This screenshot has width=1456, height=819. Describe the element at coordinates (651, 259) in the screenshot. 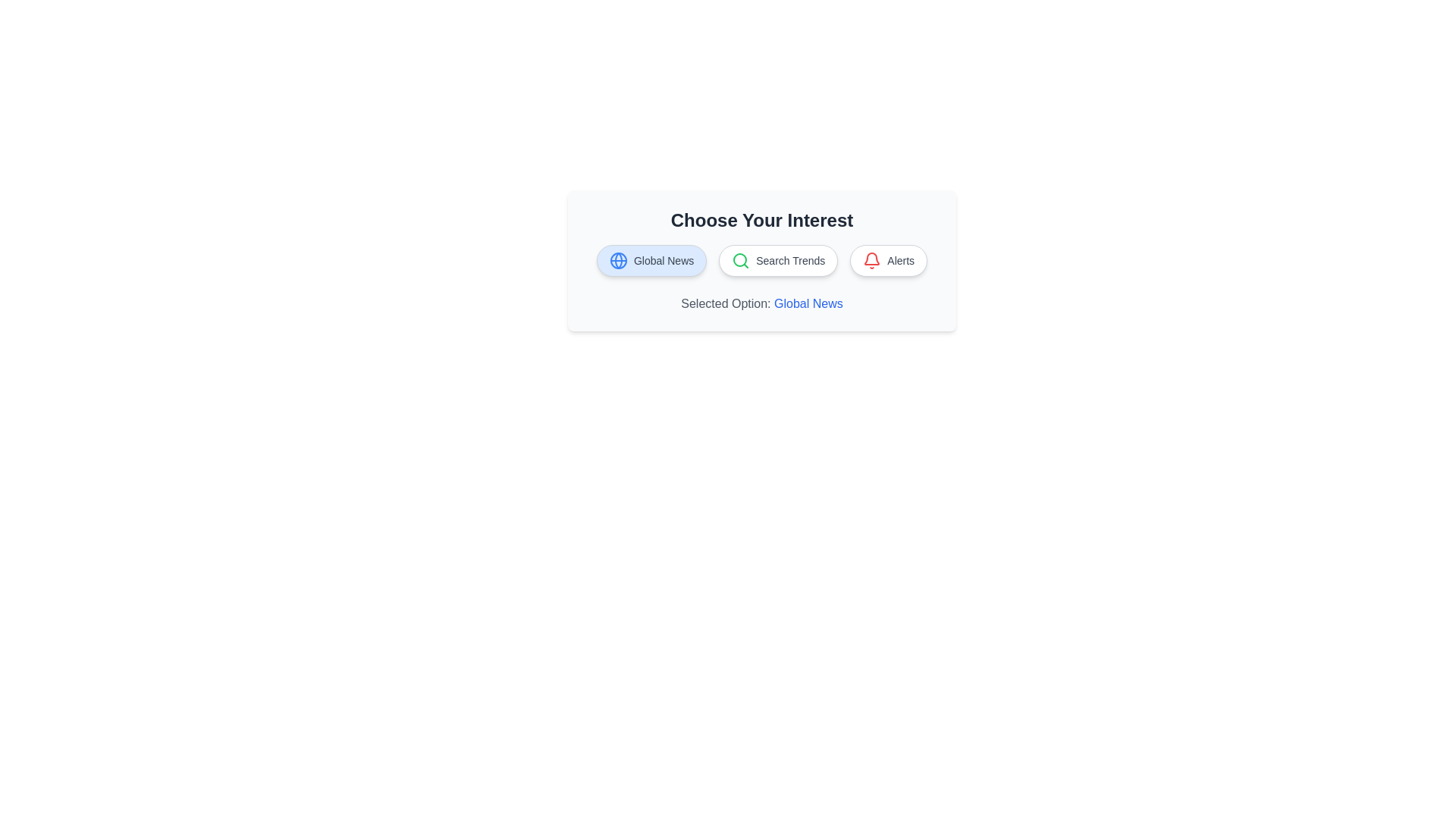

I see `the chip labeled Global News to see its hover effect` at that location.